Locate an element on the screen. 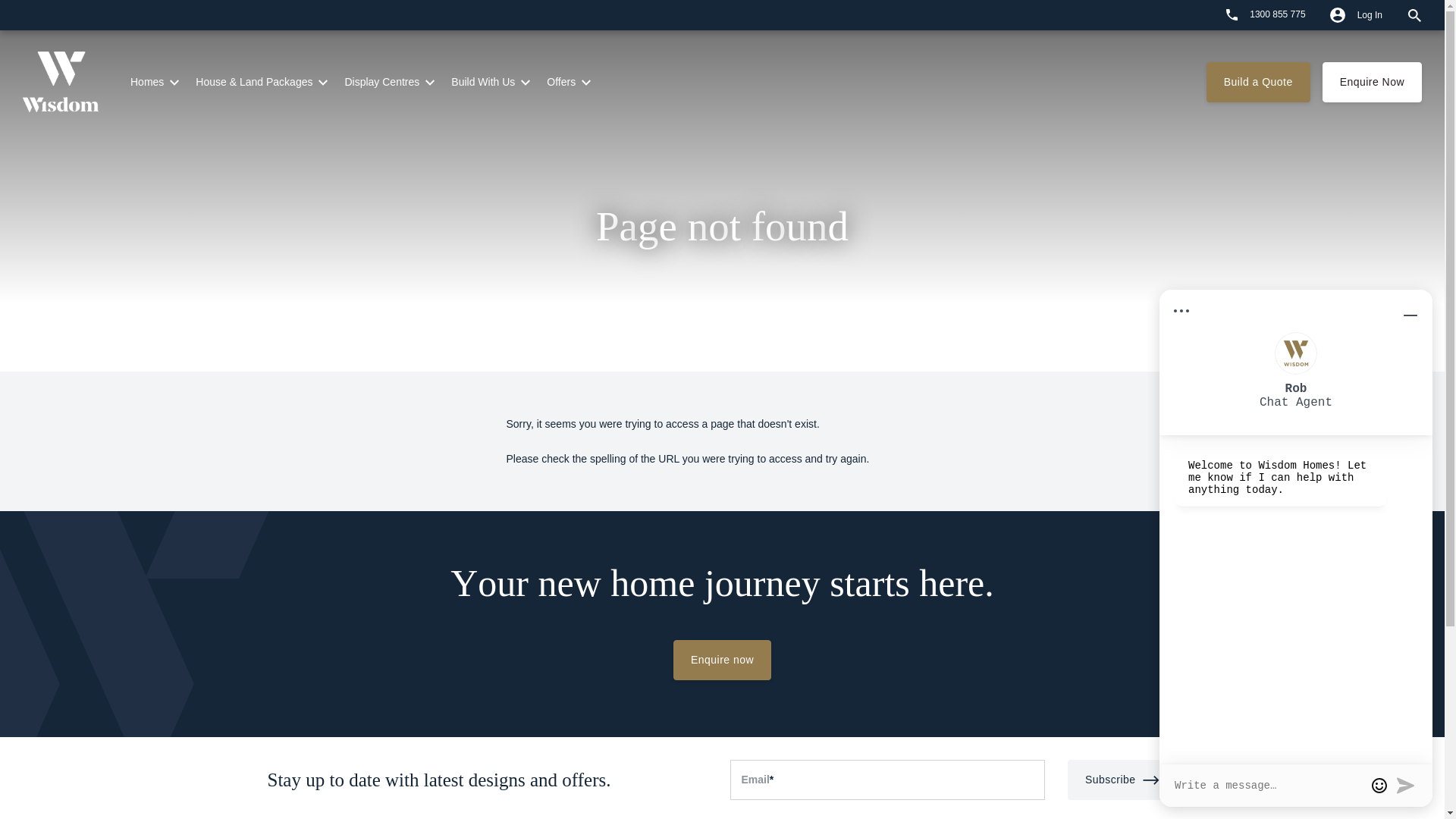 The height and width of the screenshot is (819, 1456). 'Offers' is located at coordinates (560, 82).